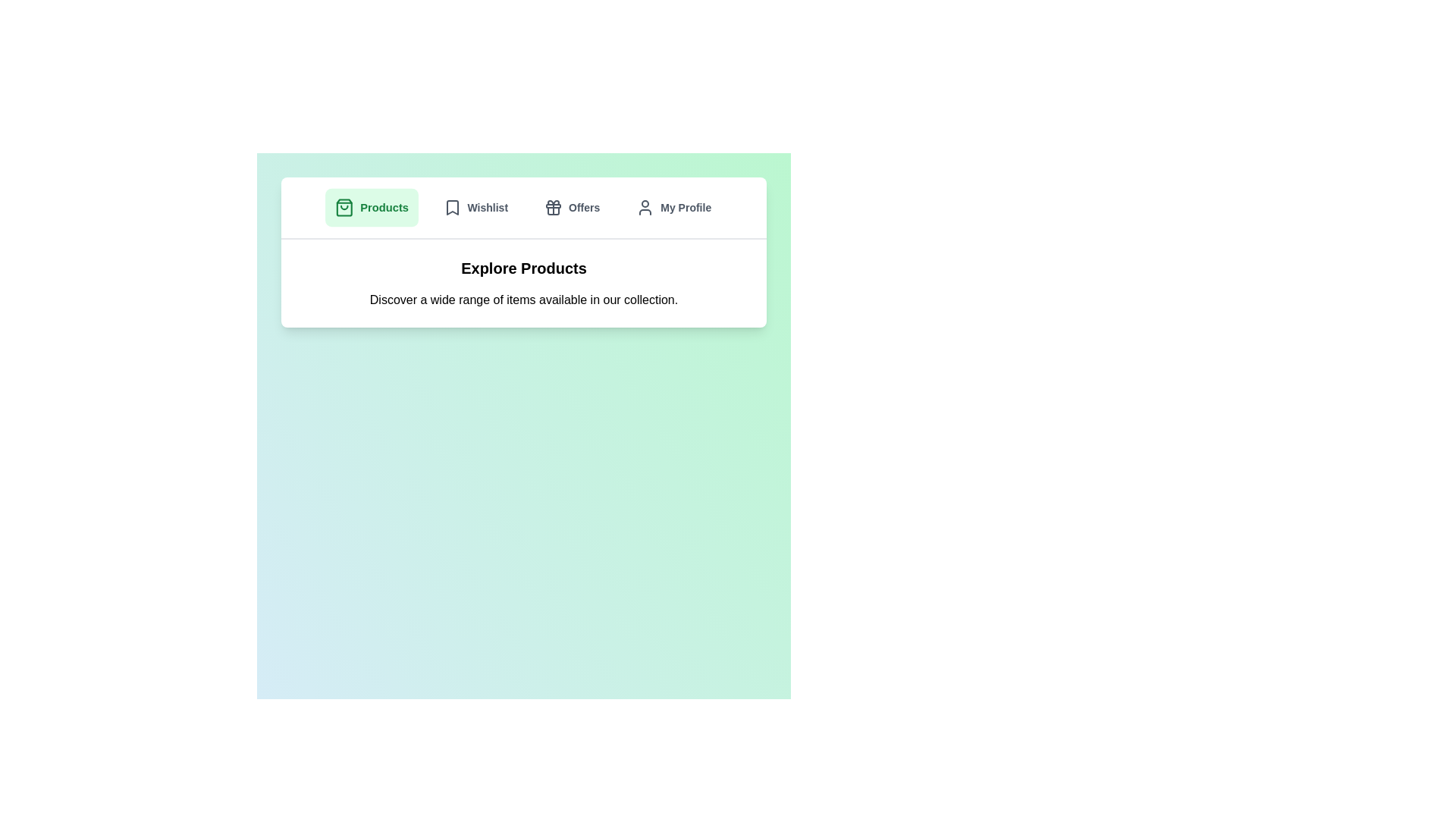 Image resolution: width=1456 pixels, height=819 pixels. Describe the element at coordinates (524, 300) in the screenshot. I see `the supportive description text for the 'Explore Products' section, located beneath the header text and well-centered horizontally on the page` at that location.